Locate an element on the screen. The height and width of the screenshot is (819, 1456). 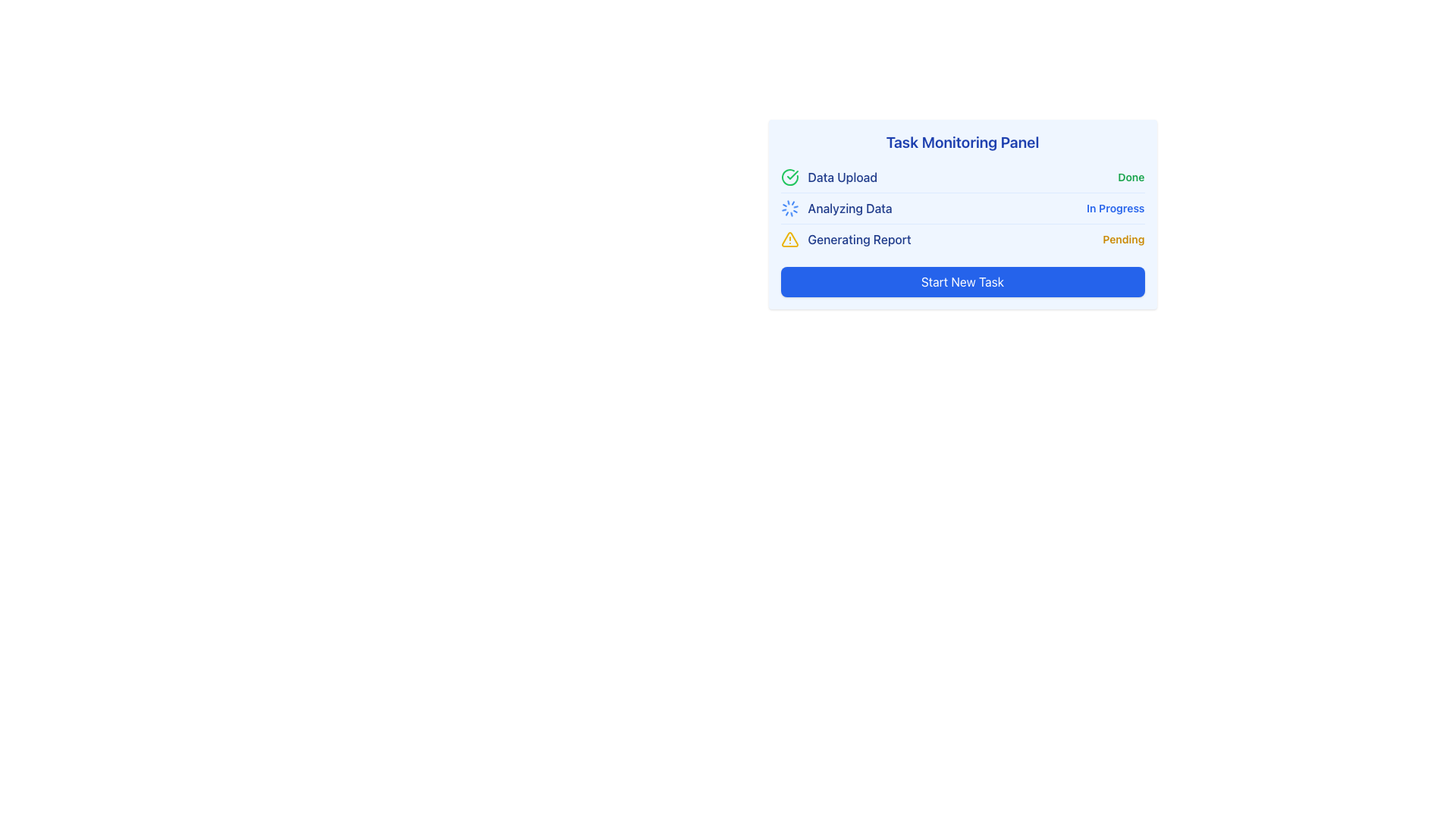
task statuses displayed in the List with task progress indicators located in the center of the 'Task Monitoring Panel' is located at coordinates (962, 208).